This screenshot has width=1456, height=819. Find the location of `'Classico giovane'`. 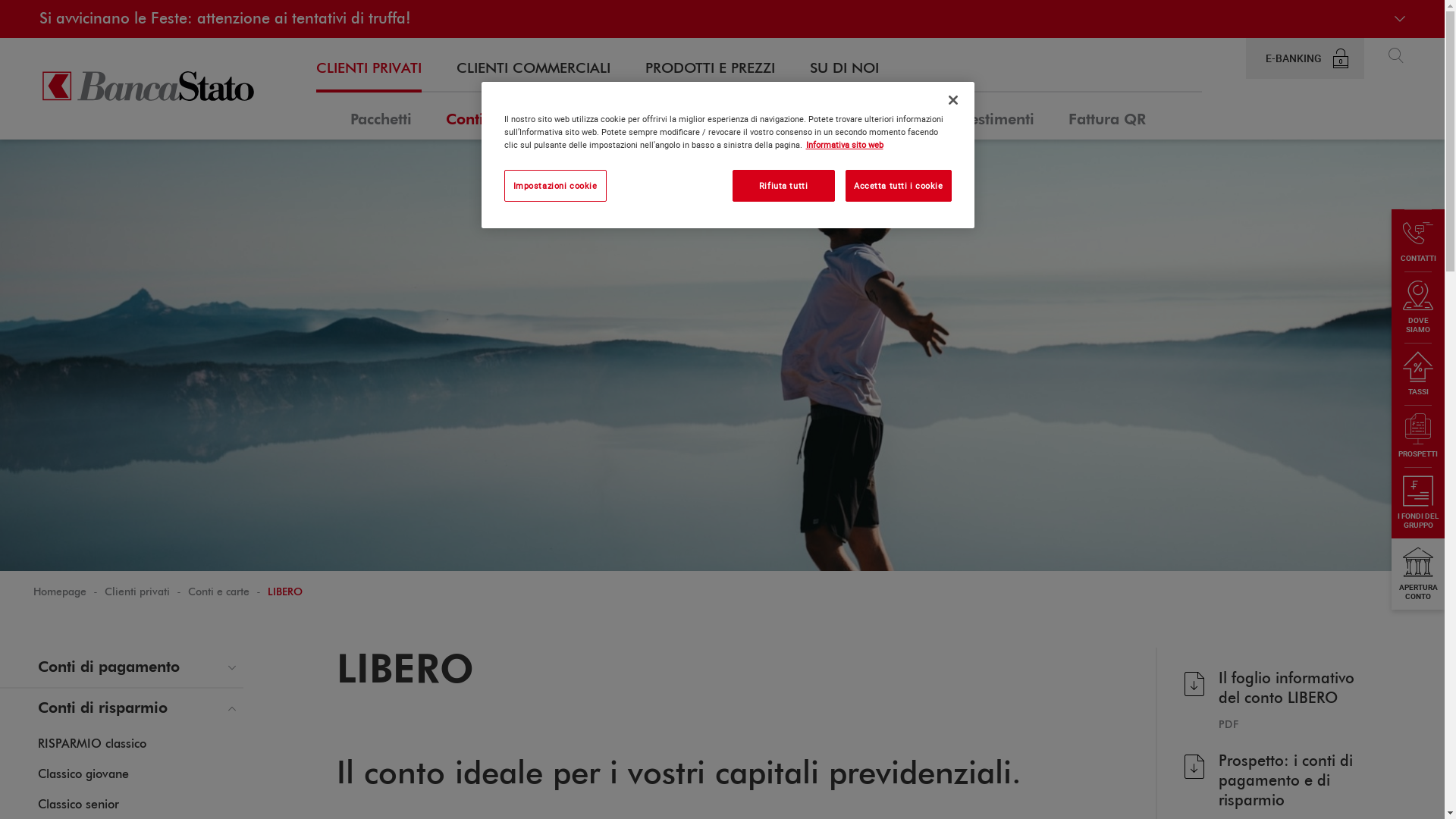

'Classico giovane' is located at coordinates (83, 775).